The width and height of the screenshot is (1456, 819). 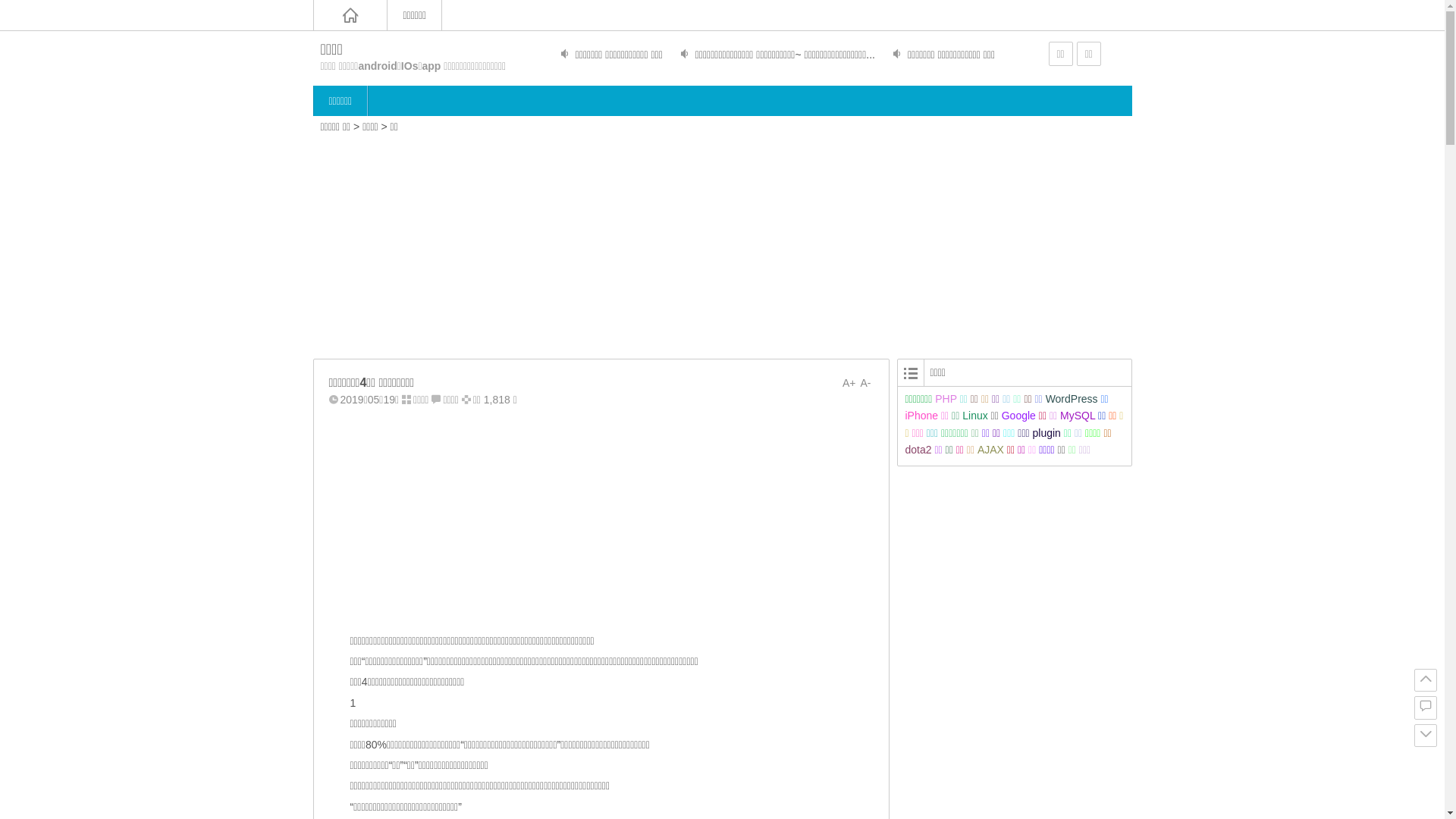 What do you see at coordinates (1018, 415) in the screenshot?
I see `'Google'` at bounding box center [1018, 415].